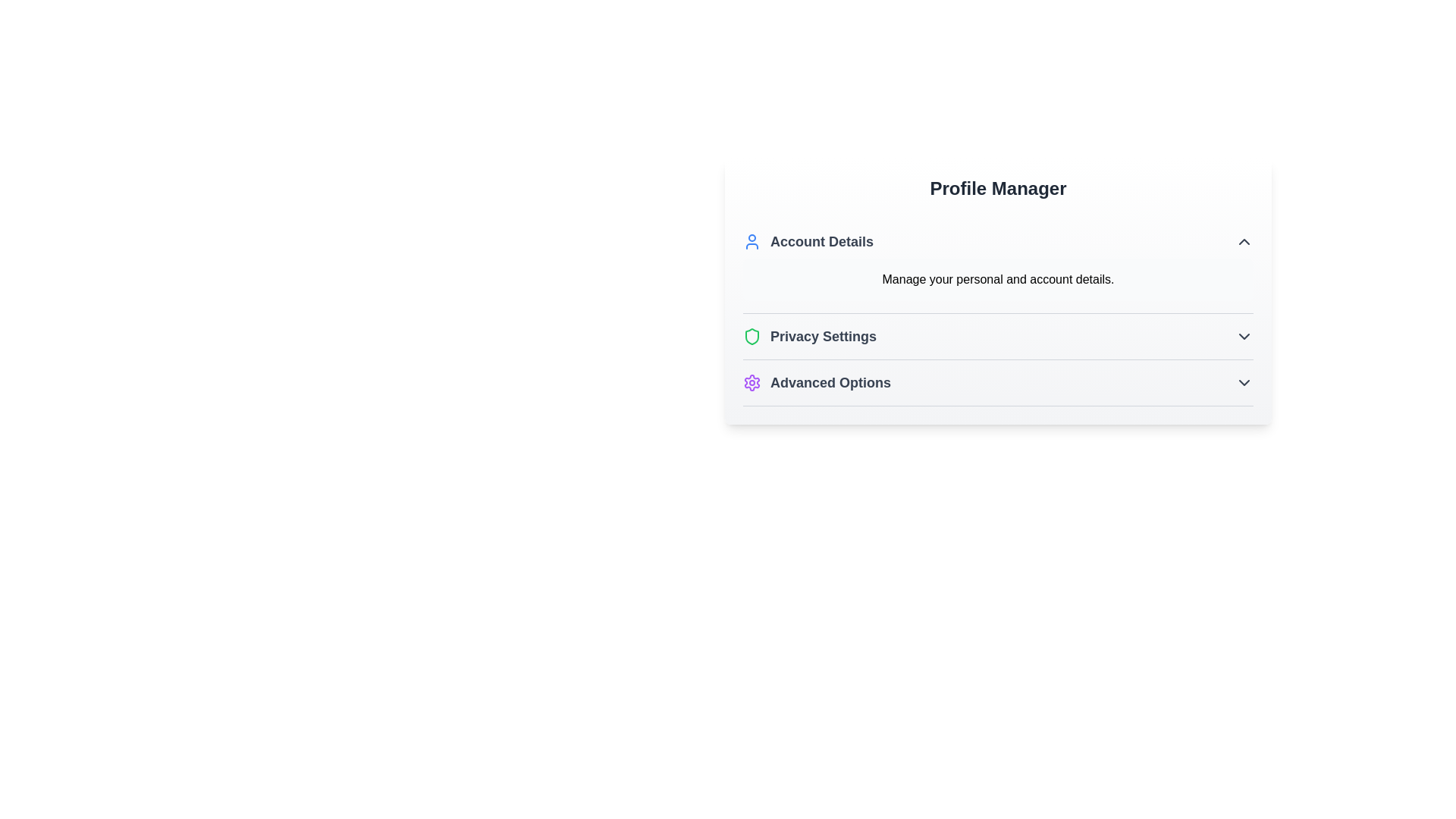 This screenshot has height=819, width=1456. What do you see at coordinates (752, 241) in the screenshot?
I see `the blue outlined user icon that is positioned to the left of the 'Account Details' text` at bounding box center [752, 241].